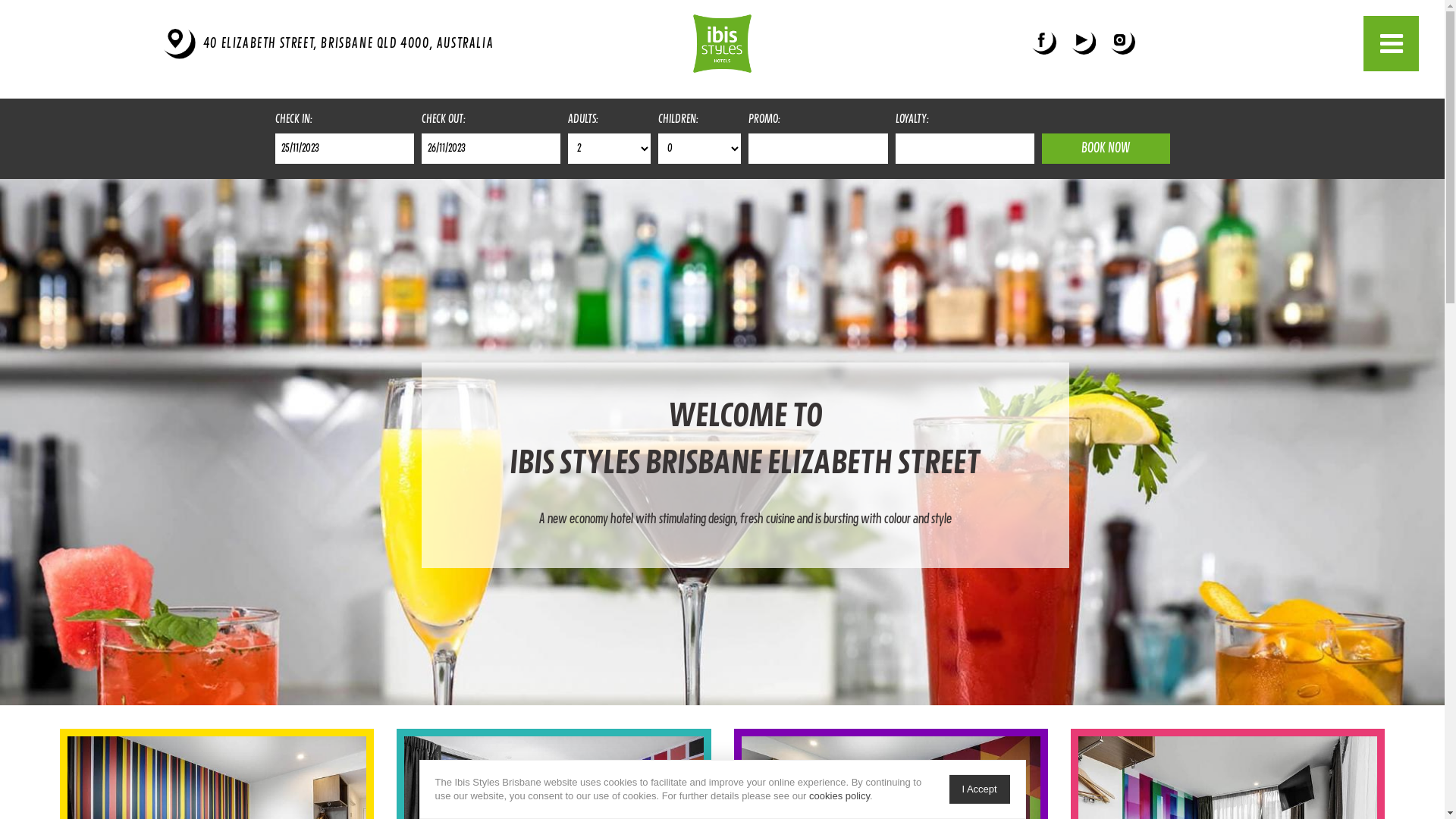  What do you see at coordinates (721, 42) in the screenshot?
I see `'ibis styles logo'` at bounding box center [721, 42].